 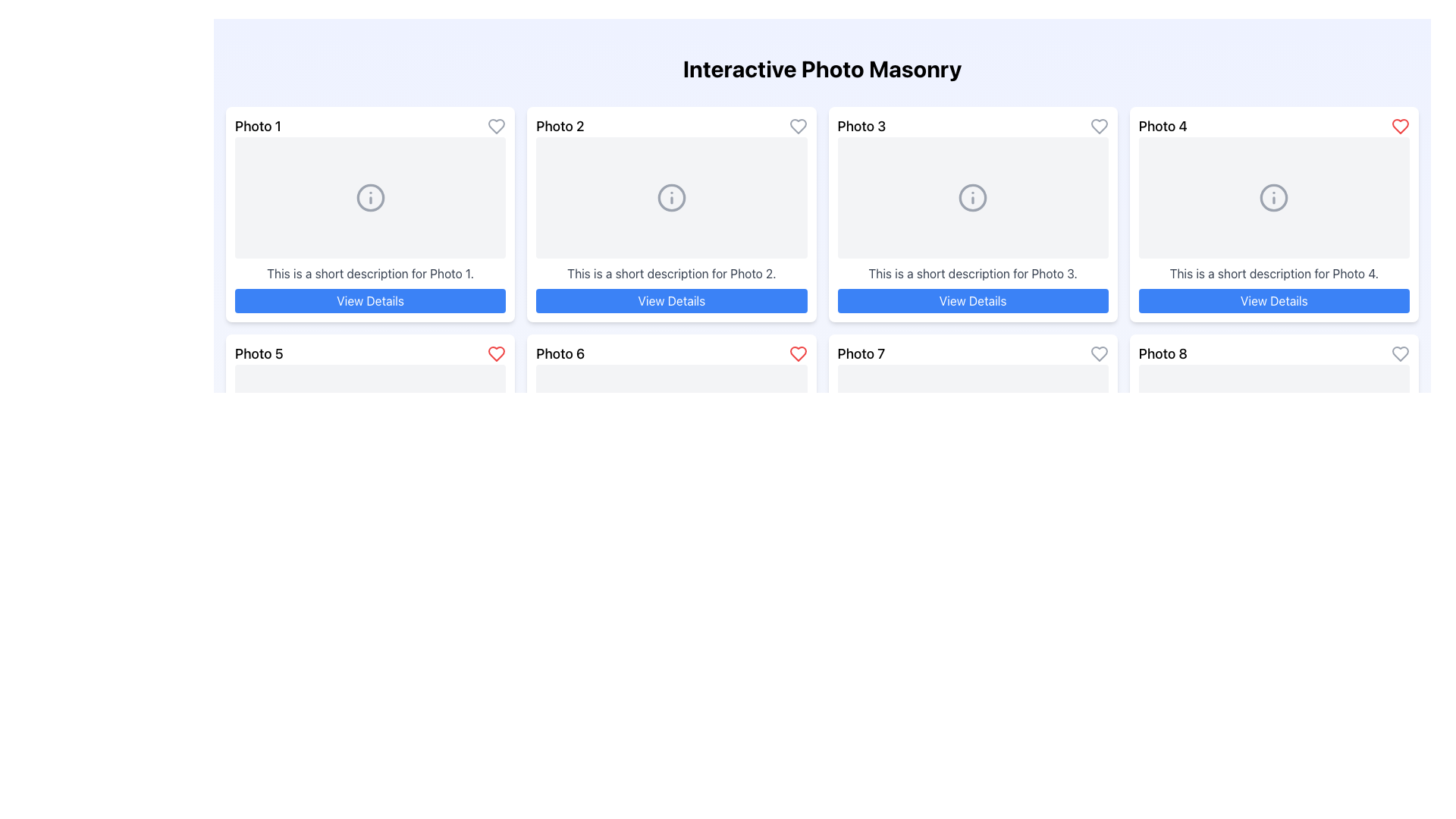 What do you see at coordinates (1400, 125) in the screenshot?
I see `the small, red, heart-shaped icon in the top-right corner of the 'Photo 4' card` at bounding box center [1400, 125].